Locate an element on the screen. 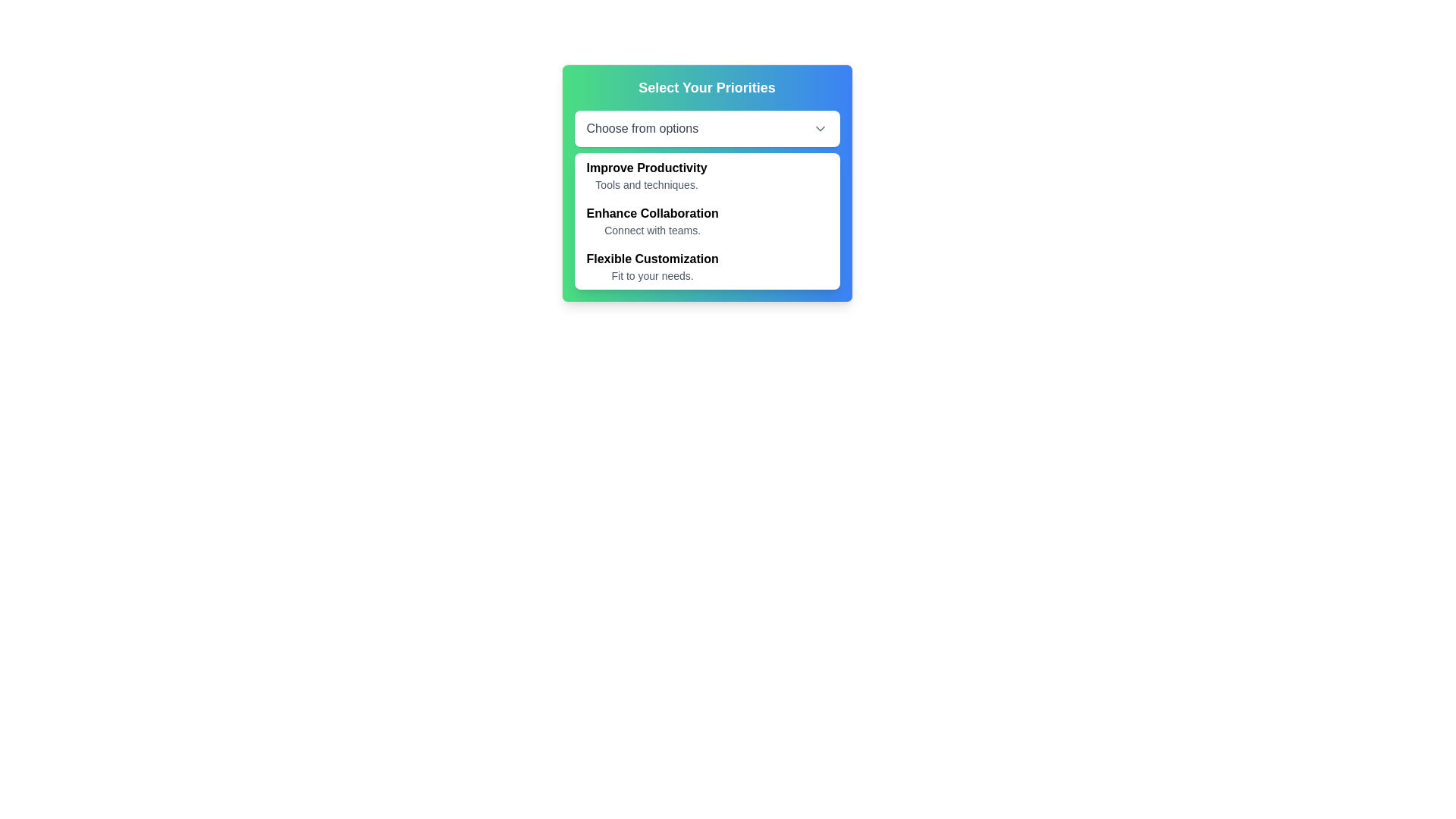  descriptive text label located below the 'Improve Productivity' header in the dropdown menu is located at coordinates (647, 184).